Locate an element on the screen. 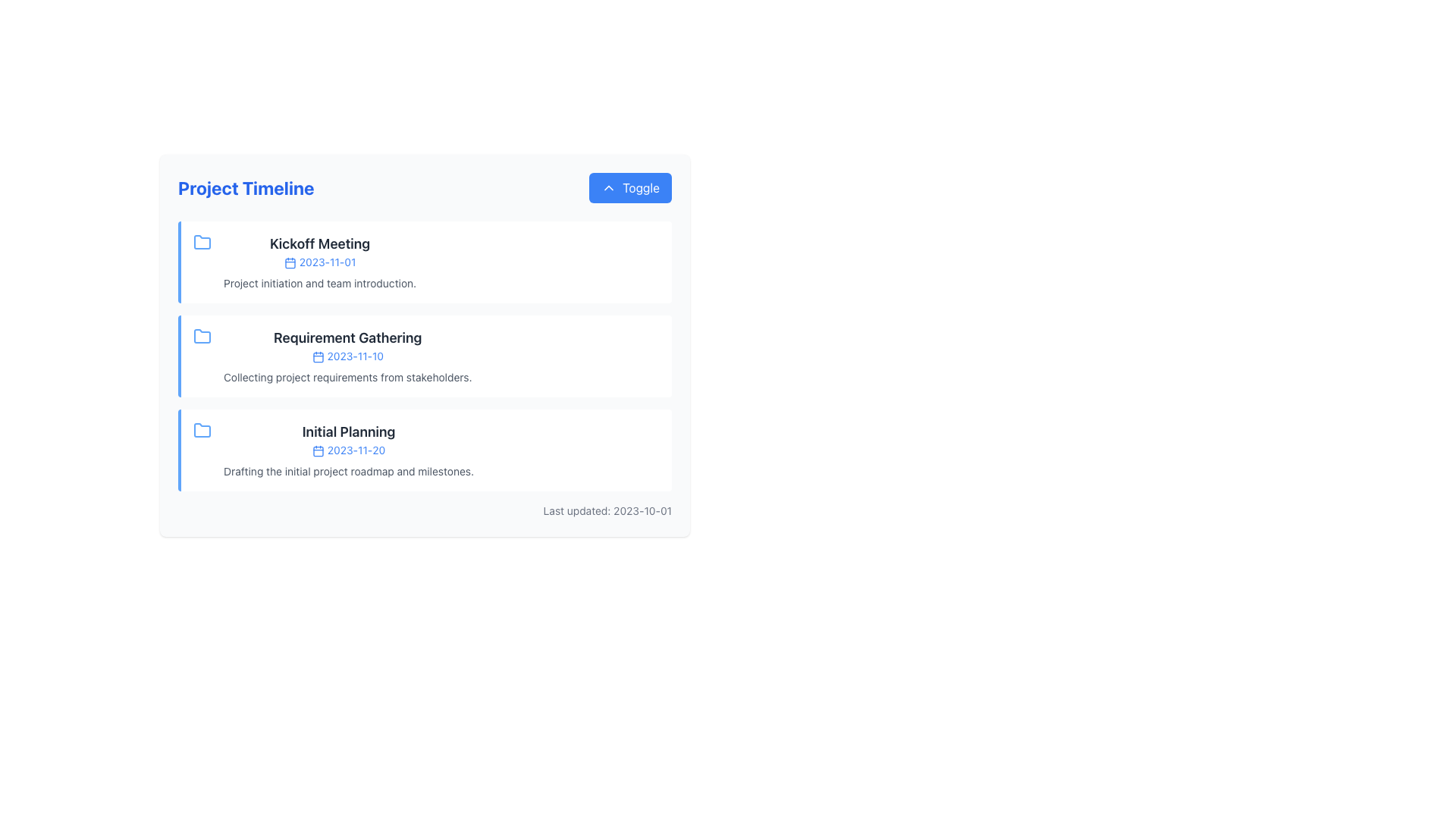  the small triangular chevron icon located inside the 'Toggle' button, adjacent to the 'Toggle' text is located at coordinates (609, 187).